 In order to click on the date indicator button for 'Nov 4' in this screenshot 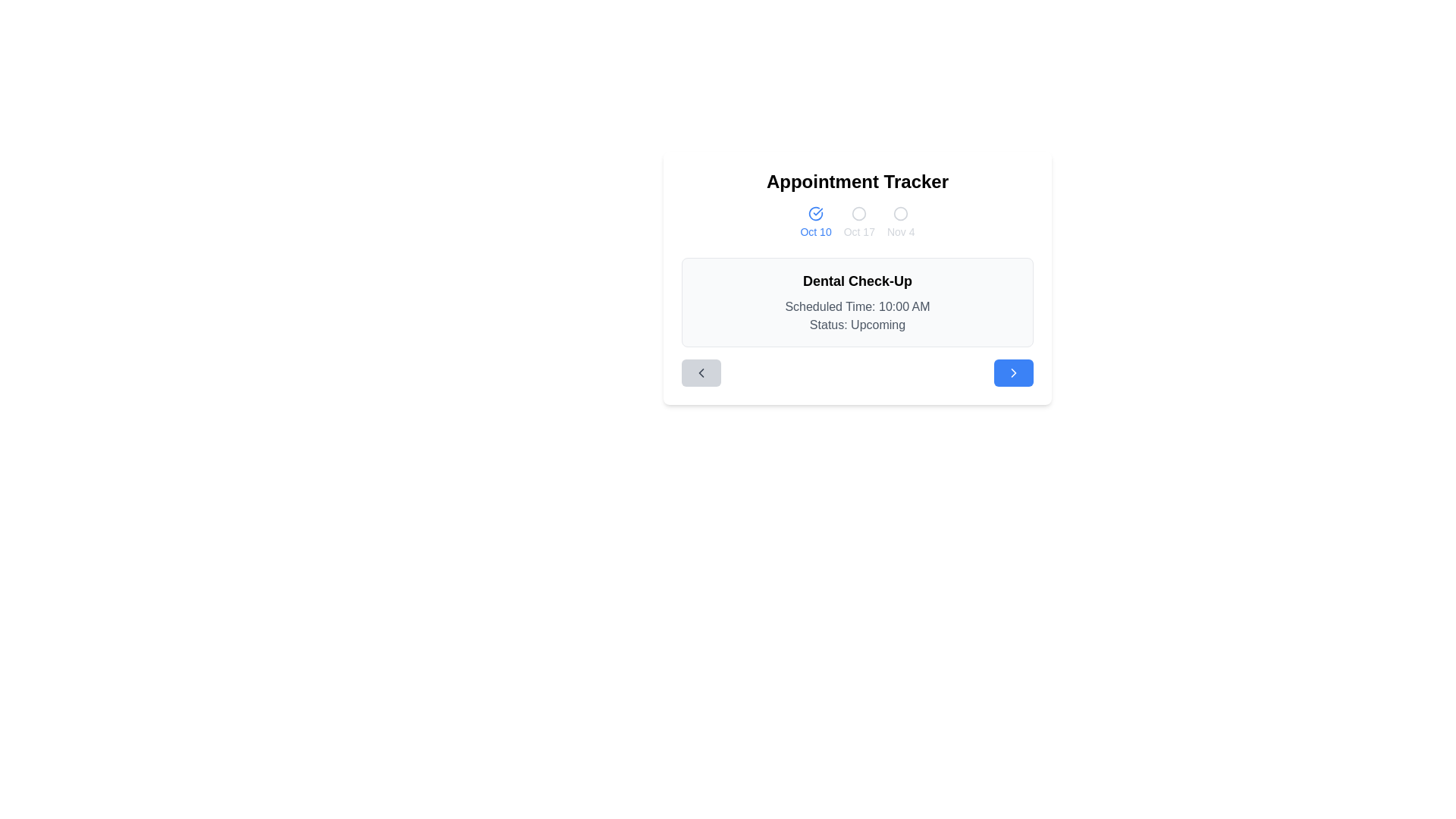, I will do `click(901, 222)`.